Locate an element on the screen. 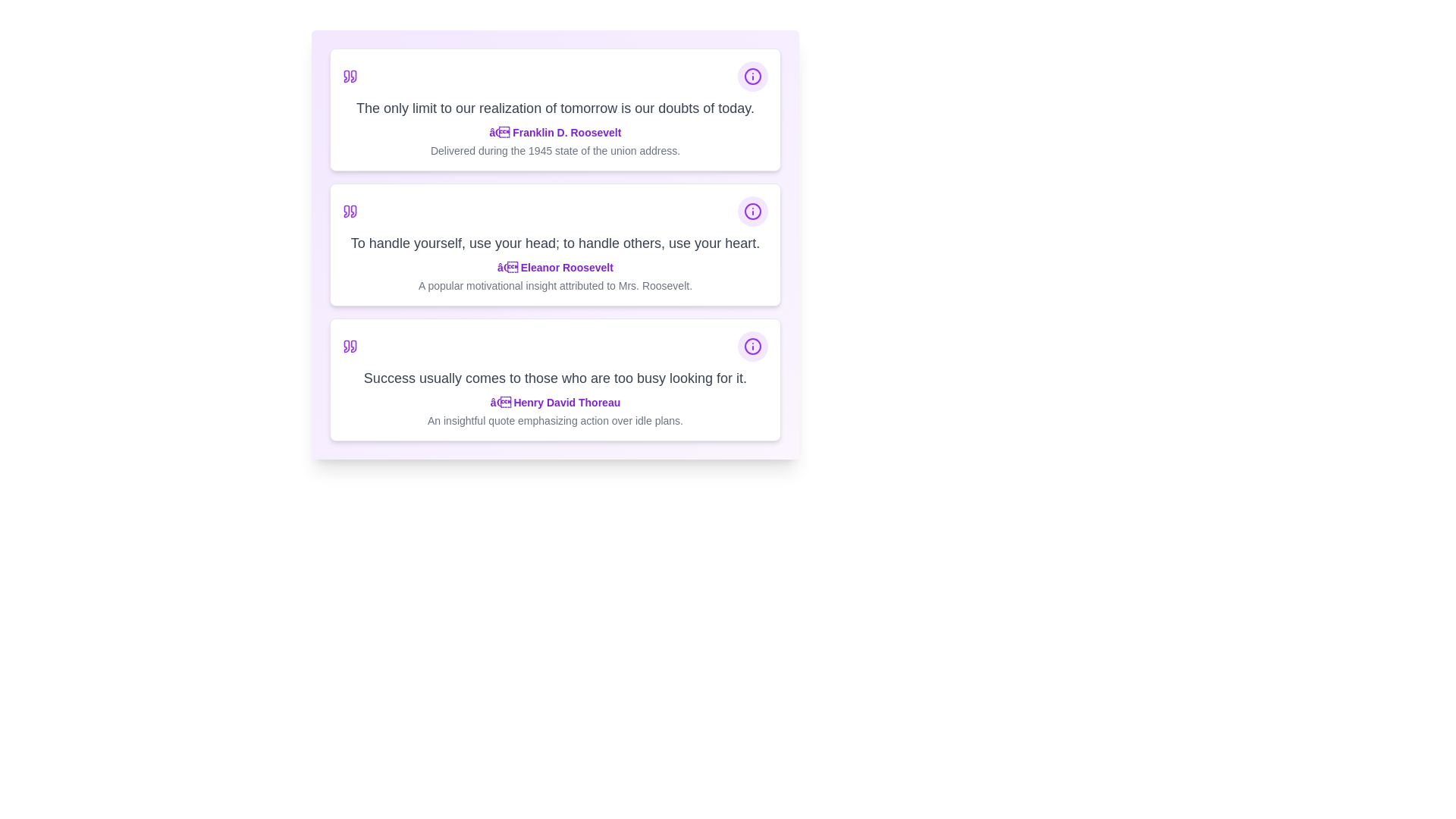 The image size is (1456, 819). the quote start icon located in the upper-left corner of the first card containing a quote by Franklin D. Roosevelt is located at coordinates (349, 76).